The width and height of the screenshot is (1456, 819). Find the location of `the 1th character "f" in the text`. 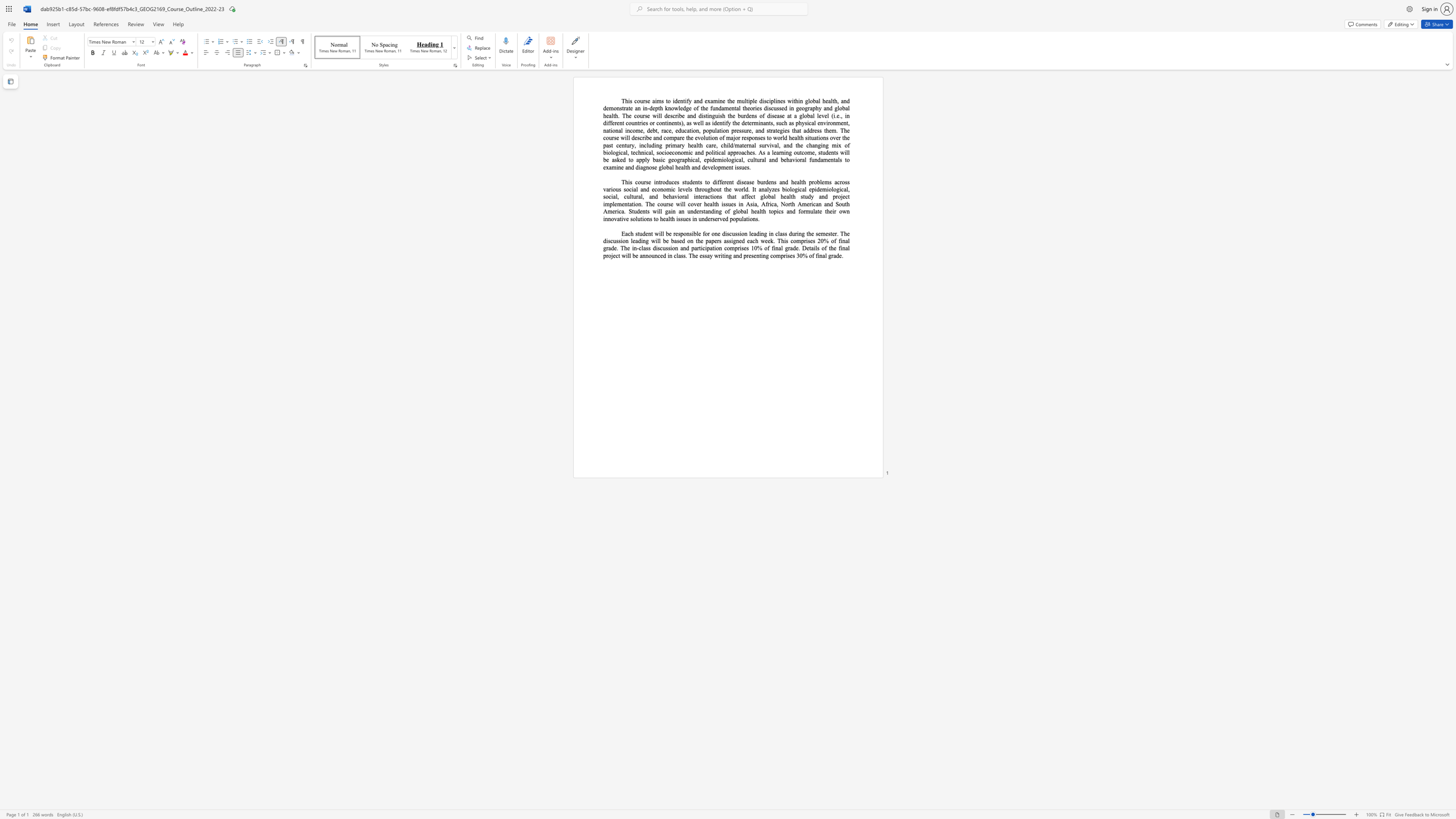

the 1th character "f" in the text is located at coordinates (811, 159).